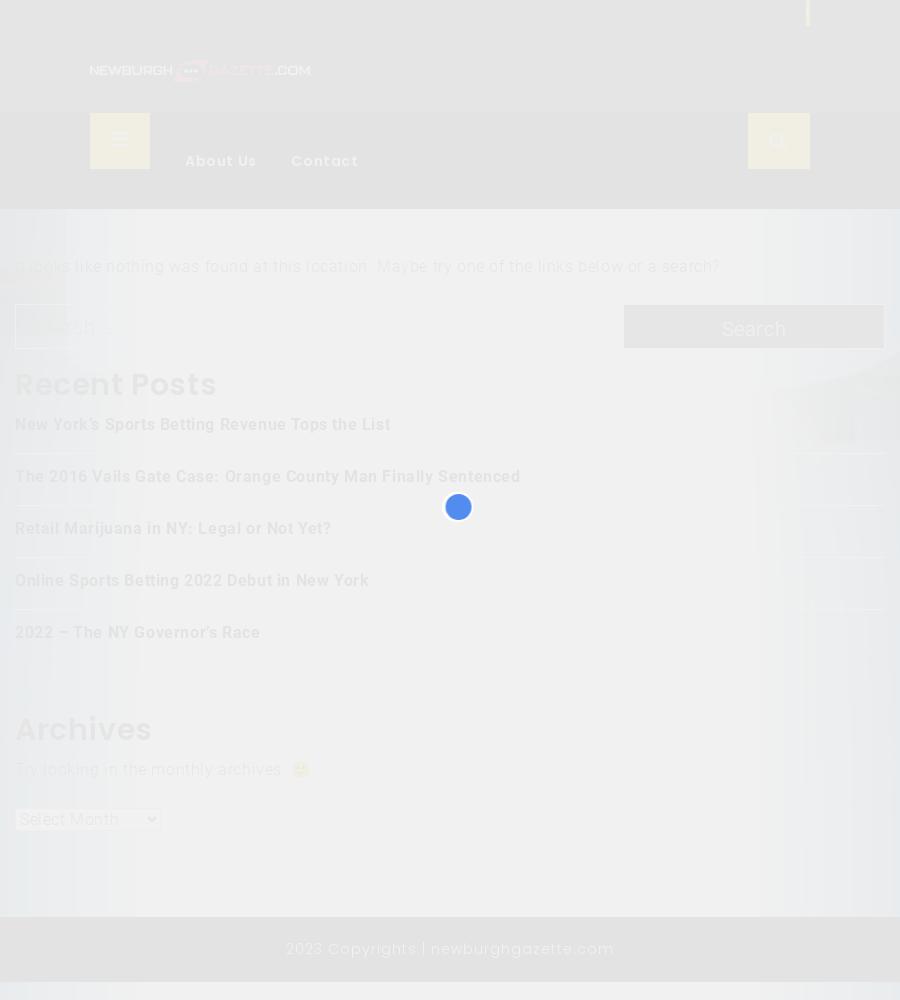 Image resolution: width=900 pixels, height=1000 pixels. Describe the element at coordinates (358, 948) in the screenshot. I see `'2023 Copyrights |'` at that location.